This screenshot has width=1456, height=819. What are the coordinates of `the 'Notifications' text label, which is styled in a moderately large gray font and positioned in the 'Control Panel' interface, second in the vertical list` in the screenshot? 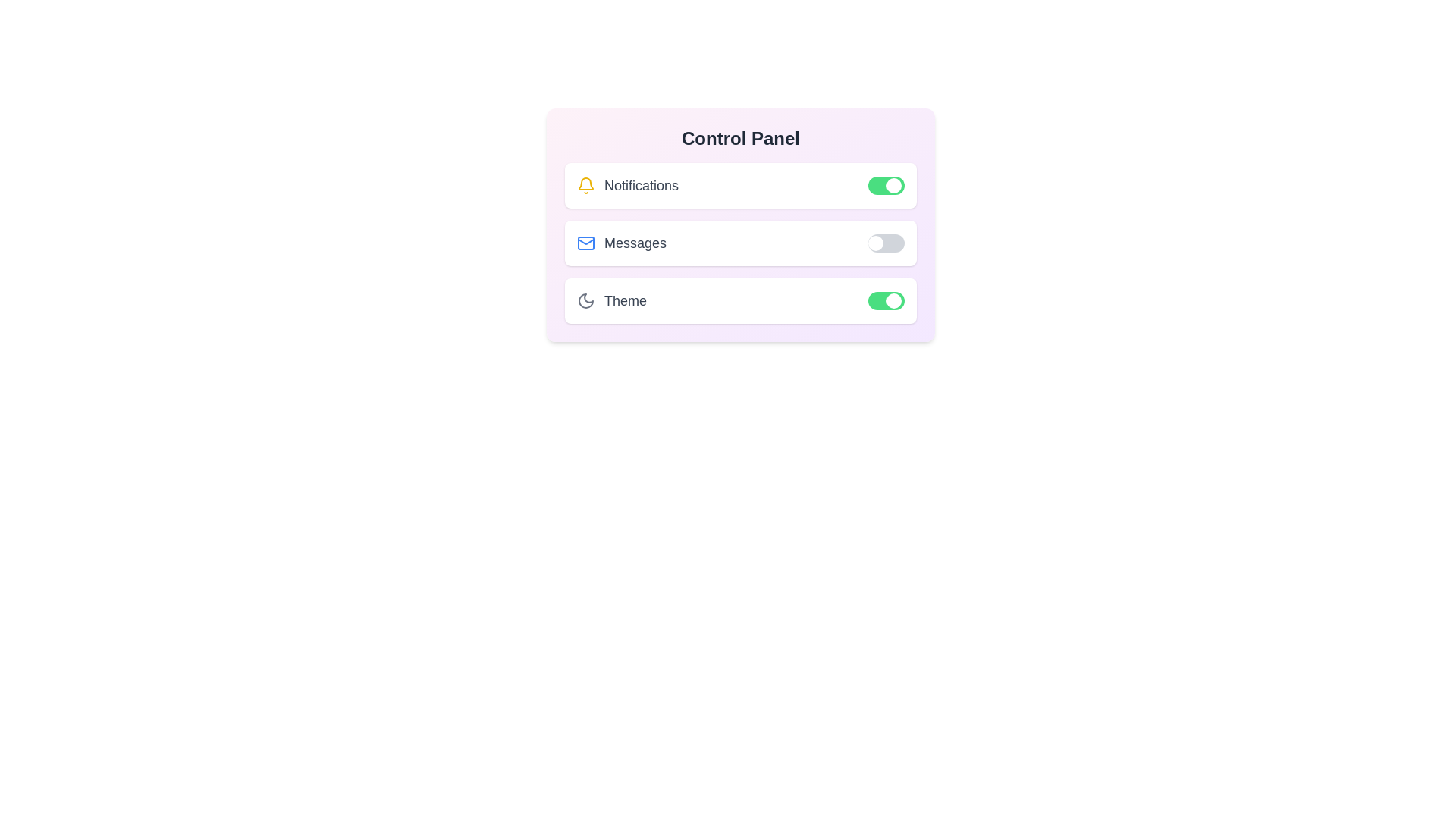 It's located at (641, 185).